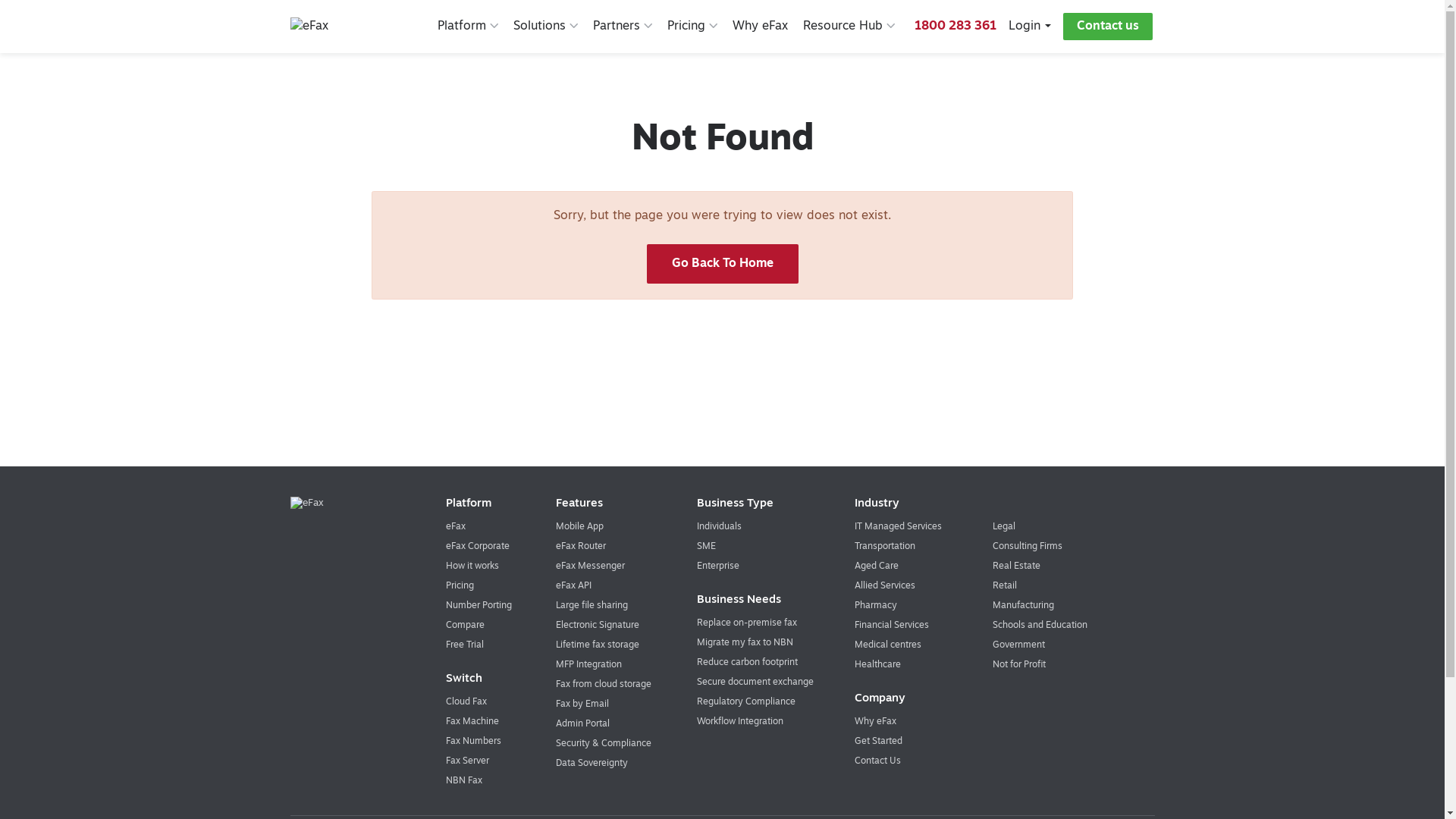  What do you see at coordinates (855, 585) in the screenshot?
I see `'Allied Services'` at bounding box center [855, 585].